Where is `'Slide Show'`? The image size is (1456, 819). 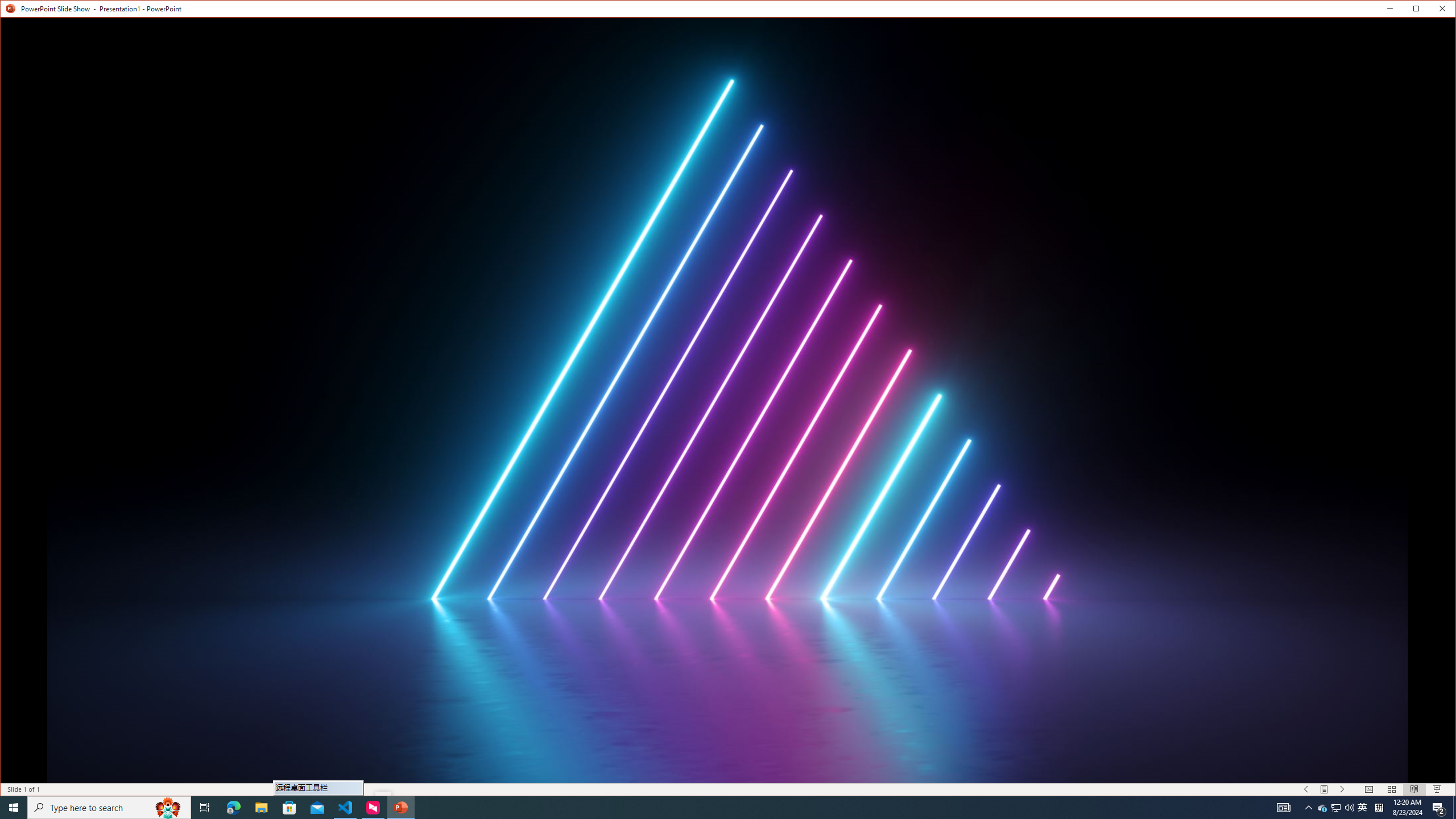
'Slide Show' is located at coordinates (1437, 789).